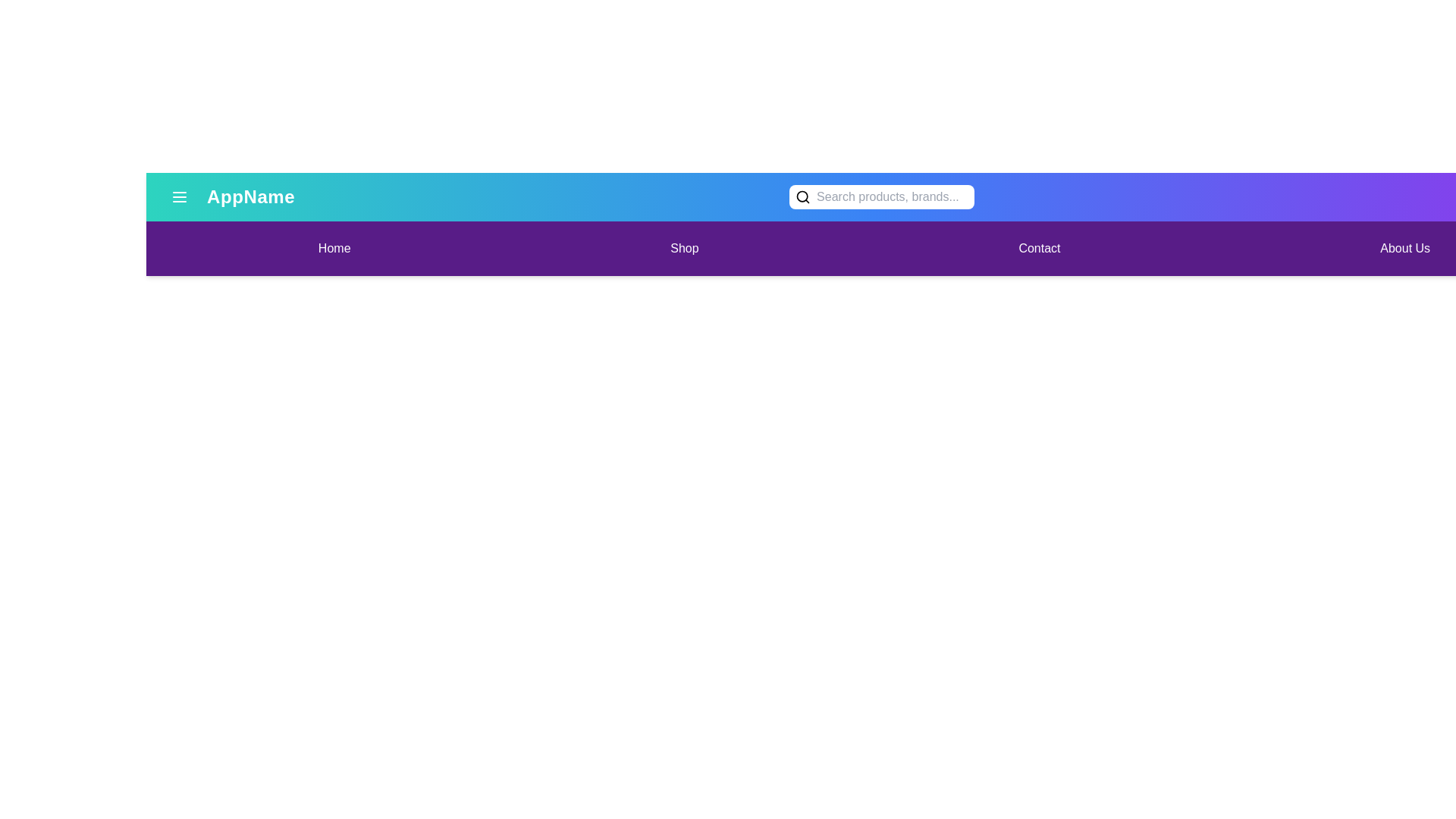 The image size is (1456, 819). I want to click on the 'Contact' button-like navigation link in the upper section of the page to change its background color, so click(1038, 247).